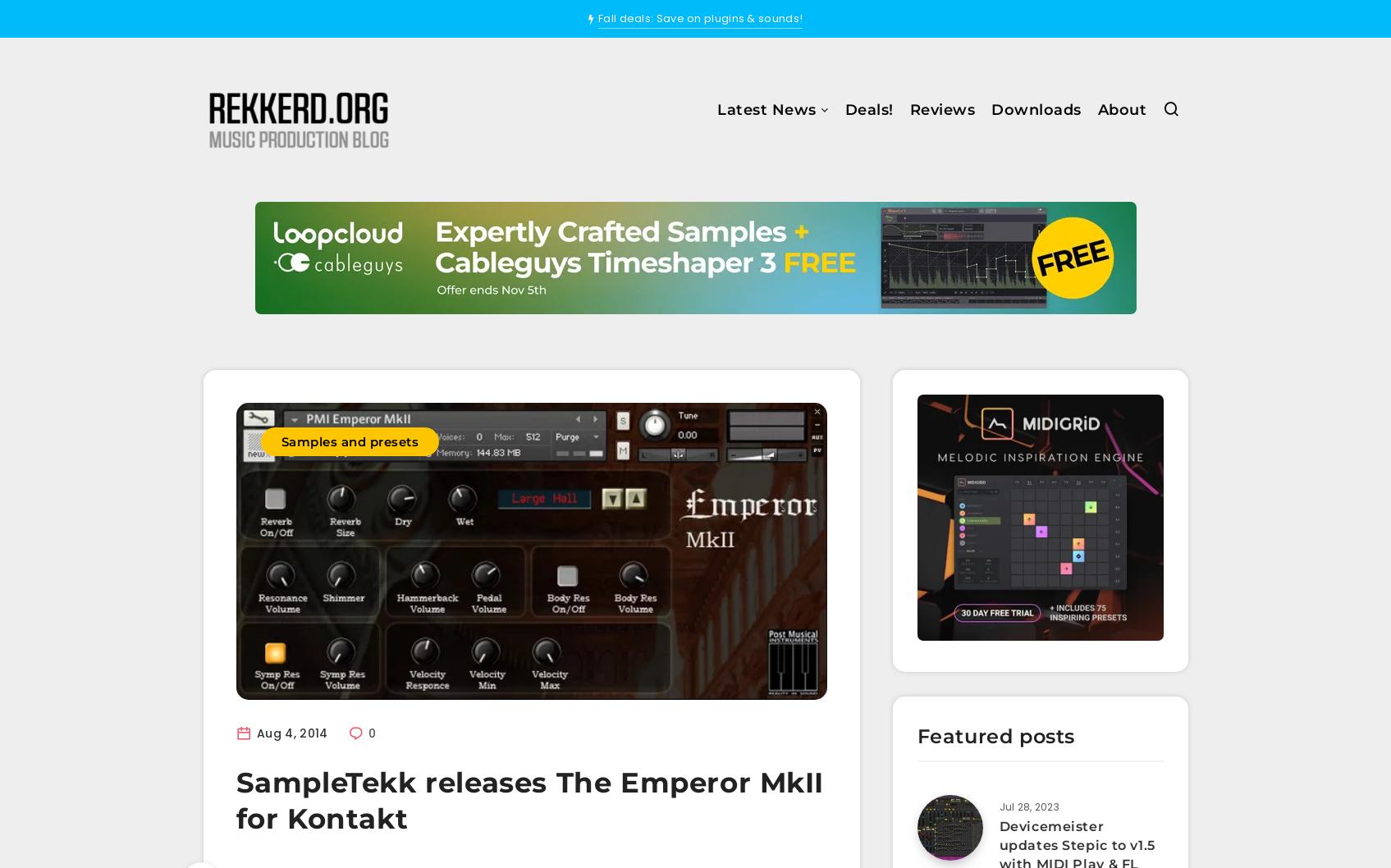  I want to click on 'Effects', so click(666, 222).